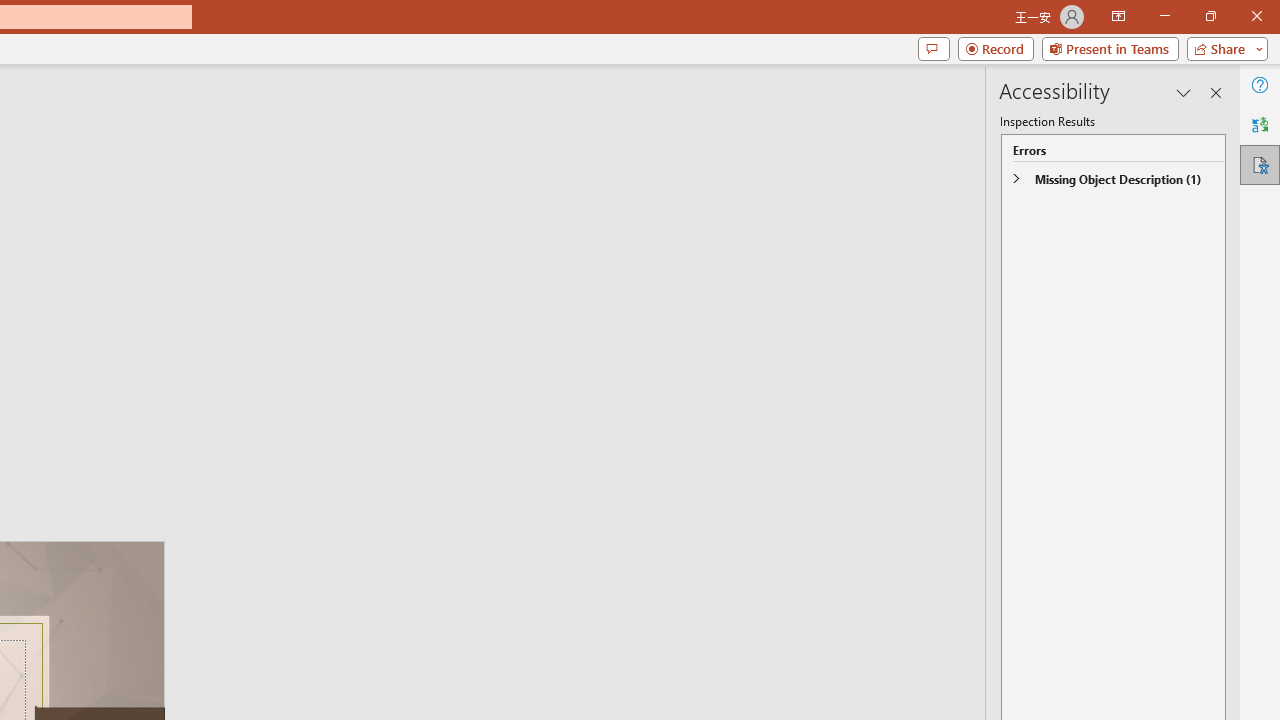 Image resolution: width=1280 pixels, height=720 pixels. What do you see at coordinates (1117, 16) in the screenshot?
I see `'Ribbon Display Options'` at bounding box center [1117, 16].